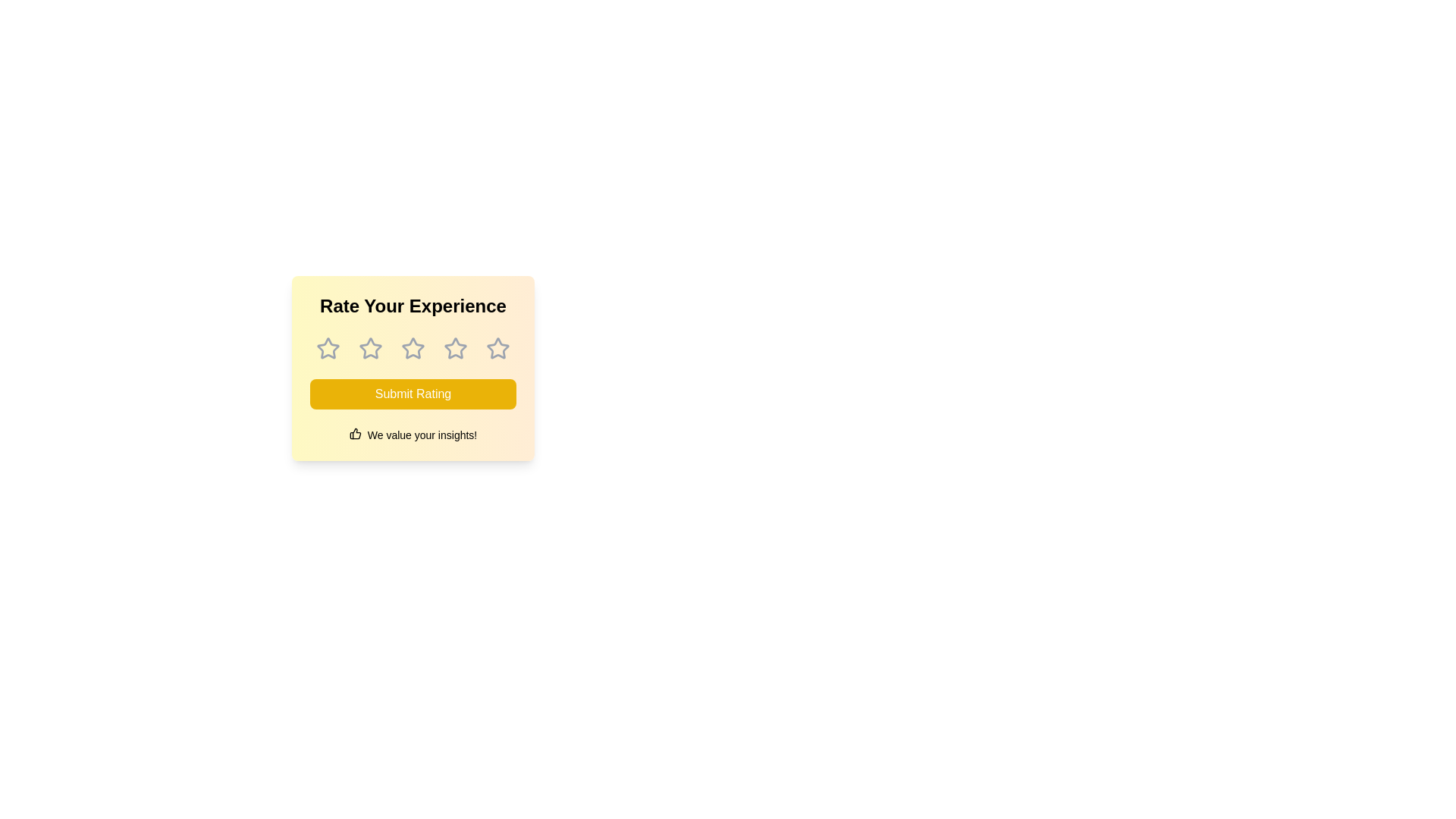 The height and width of the screenshot is (819, 1456). Describe the element at coordinates (422, 435) in the screenshot. I see `the text block displaying 'We value your insights!' located next to the thumbs-up icon at the bottom of the feedback card` at that location.